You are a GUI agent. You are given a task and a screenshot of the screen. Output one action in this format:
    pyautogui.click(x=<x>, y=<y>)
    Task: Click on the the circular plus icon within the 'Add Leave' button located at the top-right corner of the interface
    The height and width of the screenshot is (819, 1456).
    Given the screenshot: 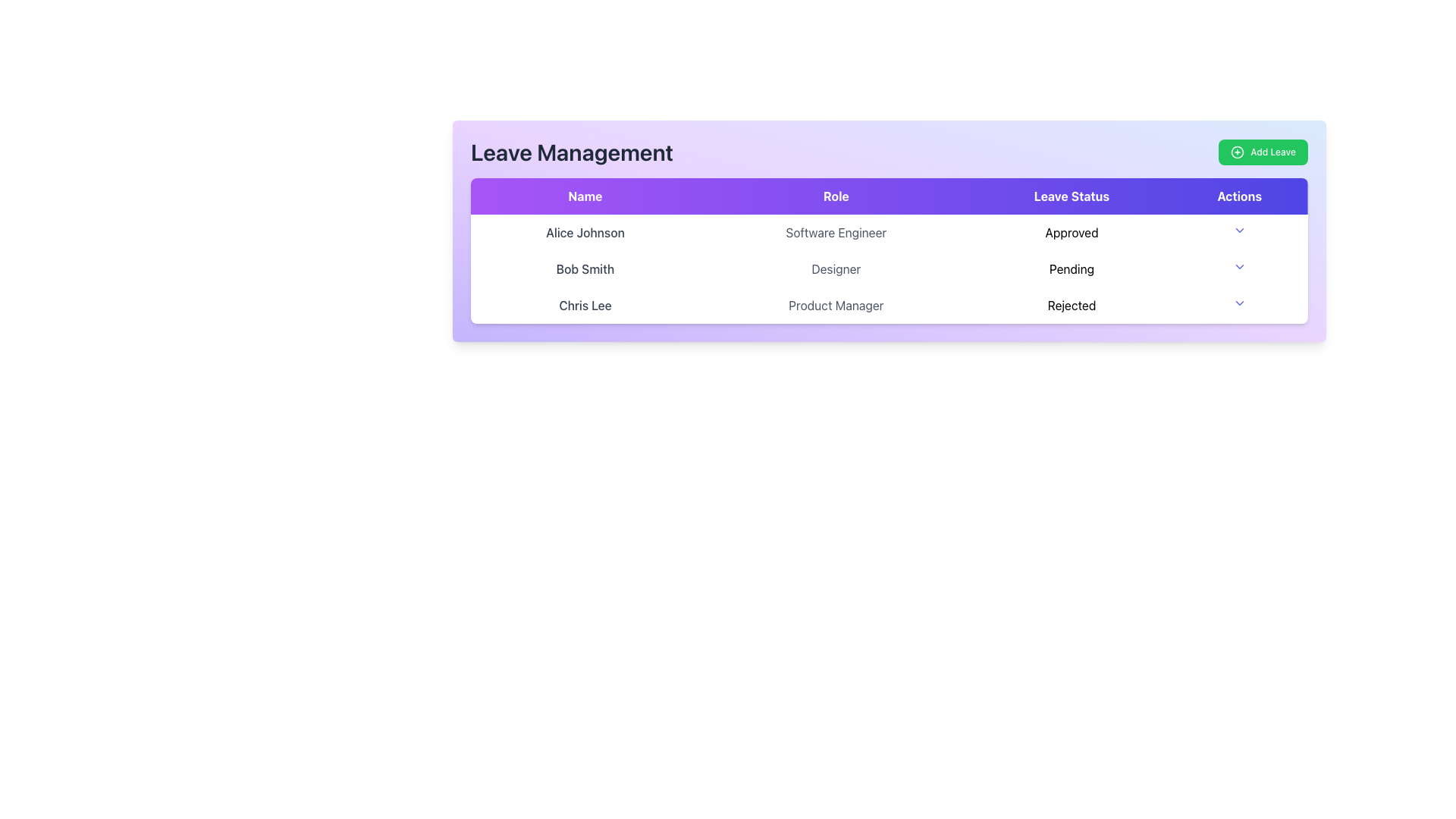 What is the action you would take?
    pyautogui.click(x=1238, y=152)
    